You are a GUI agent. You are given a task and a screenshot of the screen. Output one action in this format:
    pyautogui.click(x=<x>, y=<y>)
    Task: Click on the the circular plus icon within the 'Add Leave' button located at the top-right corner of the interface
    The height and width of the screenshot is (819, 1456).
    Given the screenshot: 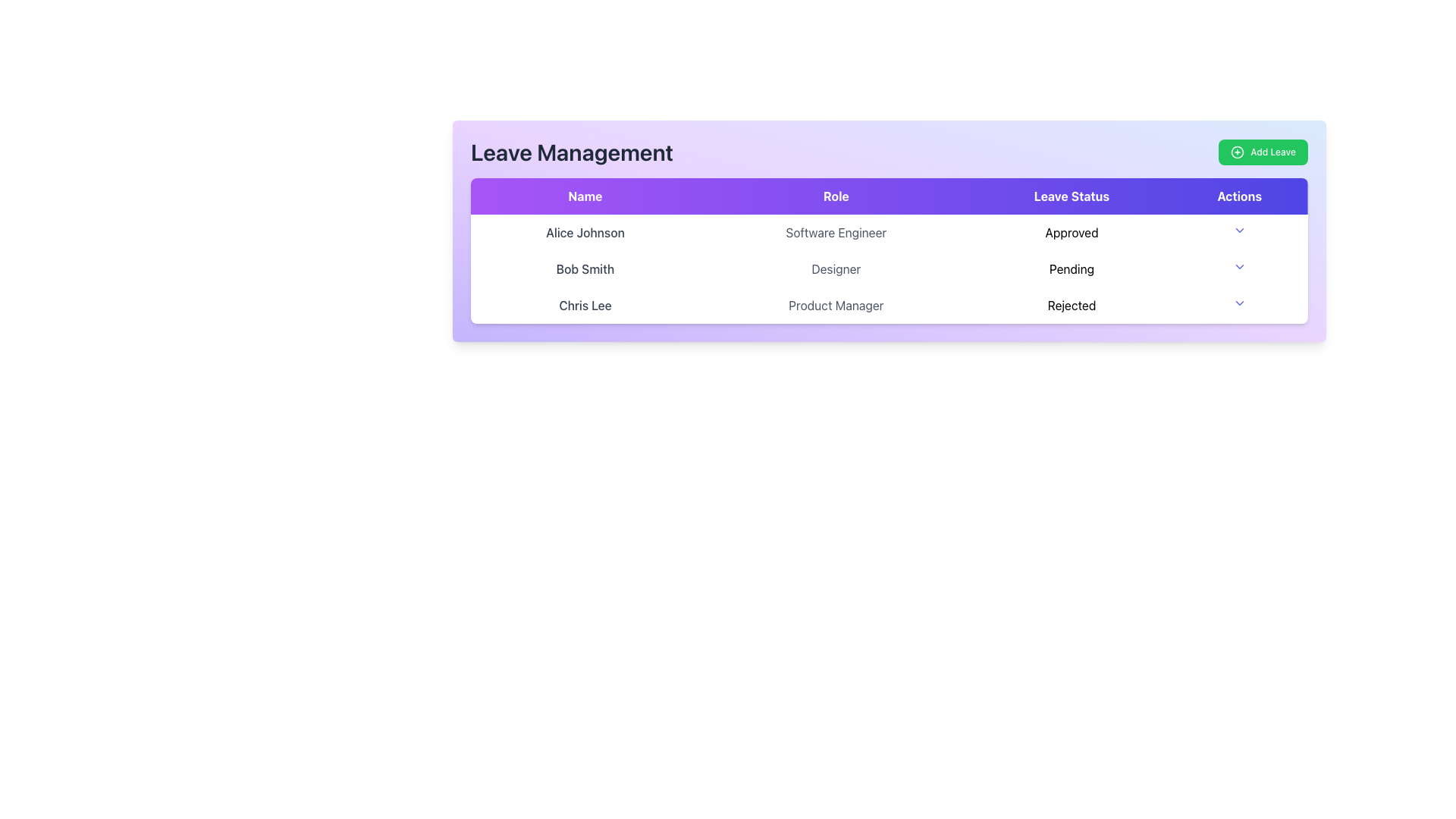 What is the action you would take?
    pyautogui.click(x=1238, y=152)
    